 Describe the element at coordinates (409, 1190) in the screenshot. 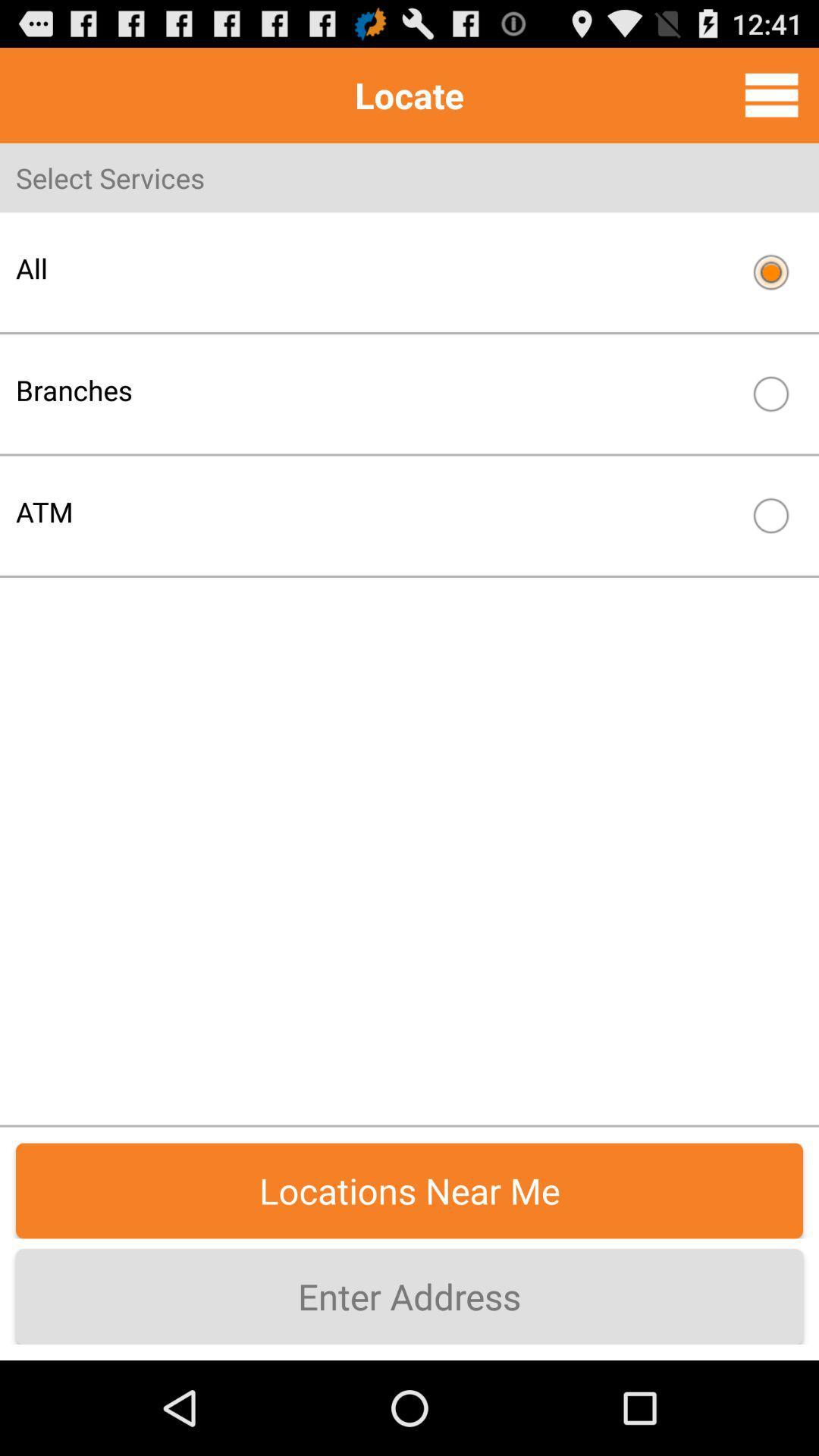

I see `the icon above enter address icon` at that location.